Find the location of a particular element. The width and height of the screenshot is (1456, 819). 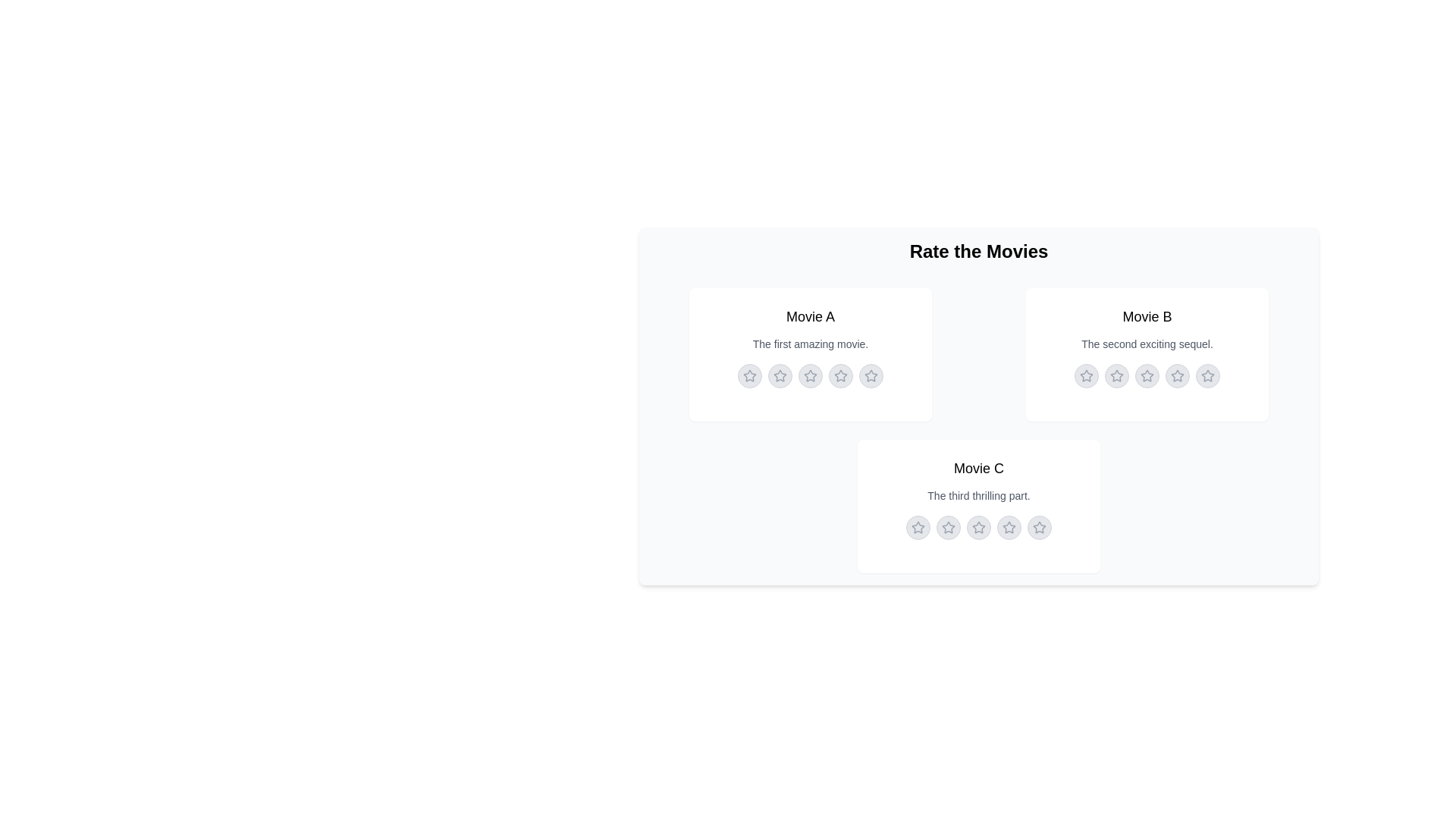

the fourth star icon in the horizontal row of five stars under the 'Movie B' rating section is located at coordinates (1177, 375).